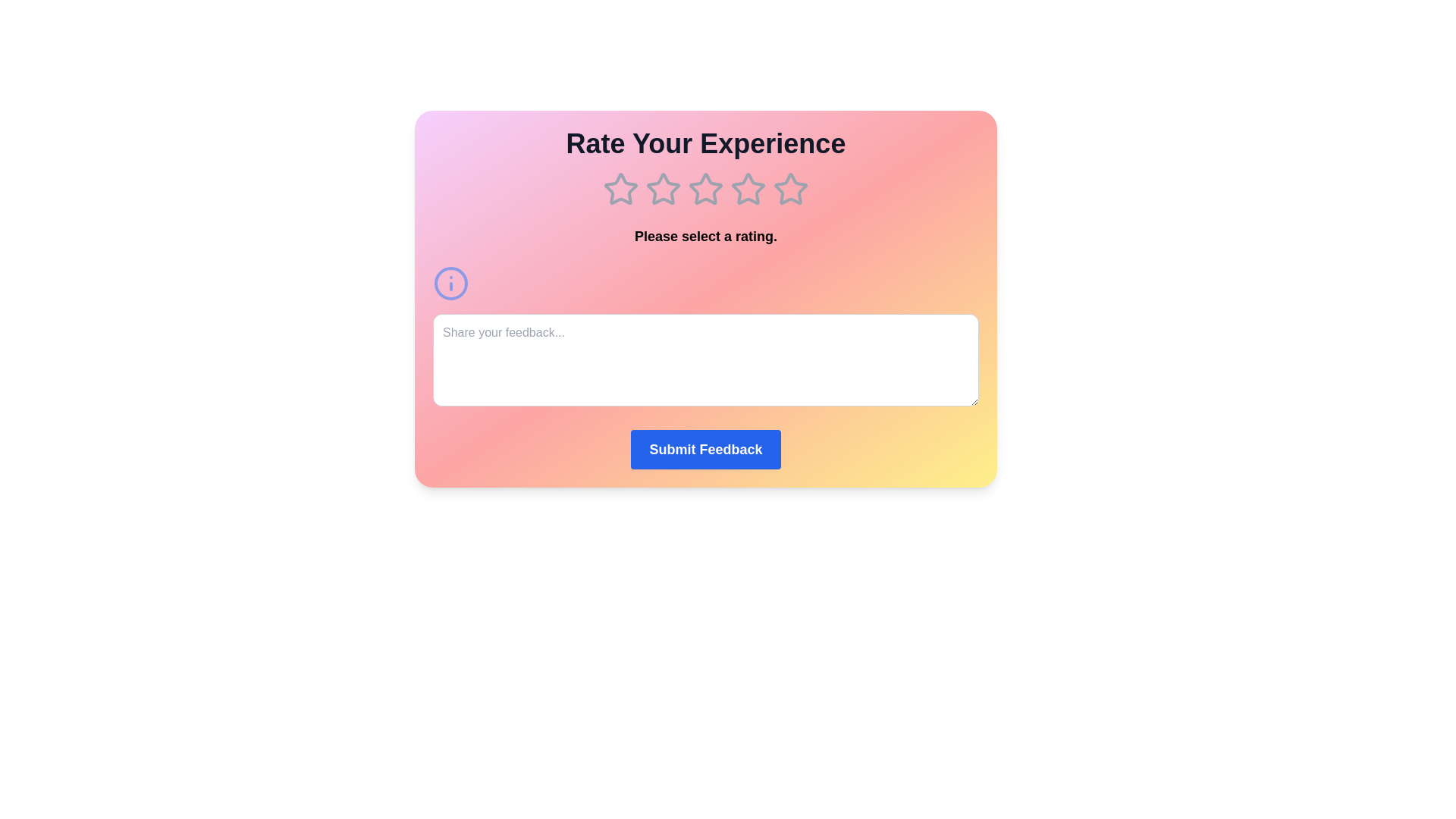 Image resolution: width=1456 pixels, height=819 pixels. Describe the element at coordinates (663, 189) in the screenshot. I see `the 2 star in the rating component` at that location.